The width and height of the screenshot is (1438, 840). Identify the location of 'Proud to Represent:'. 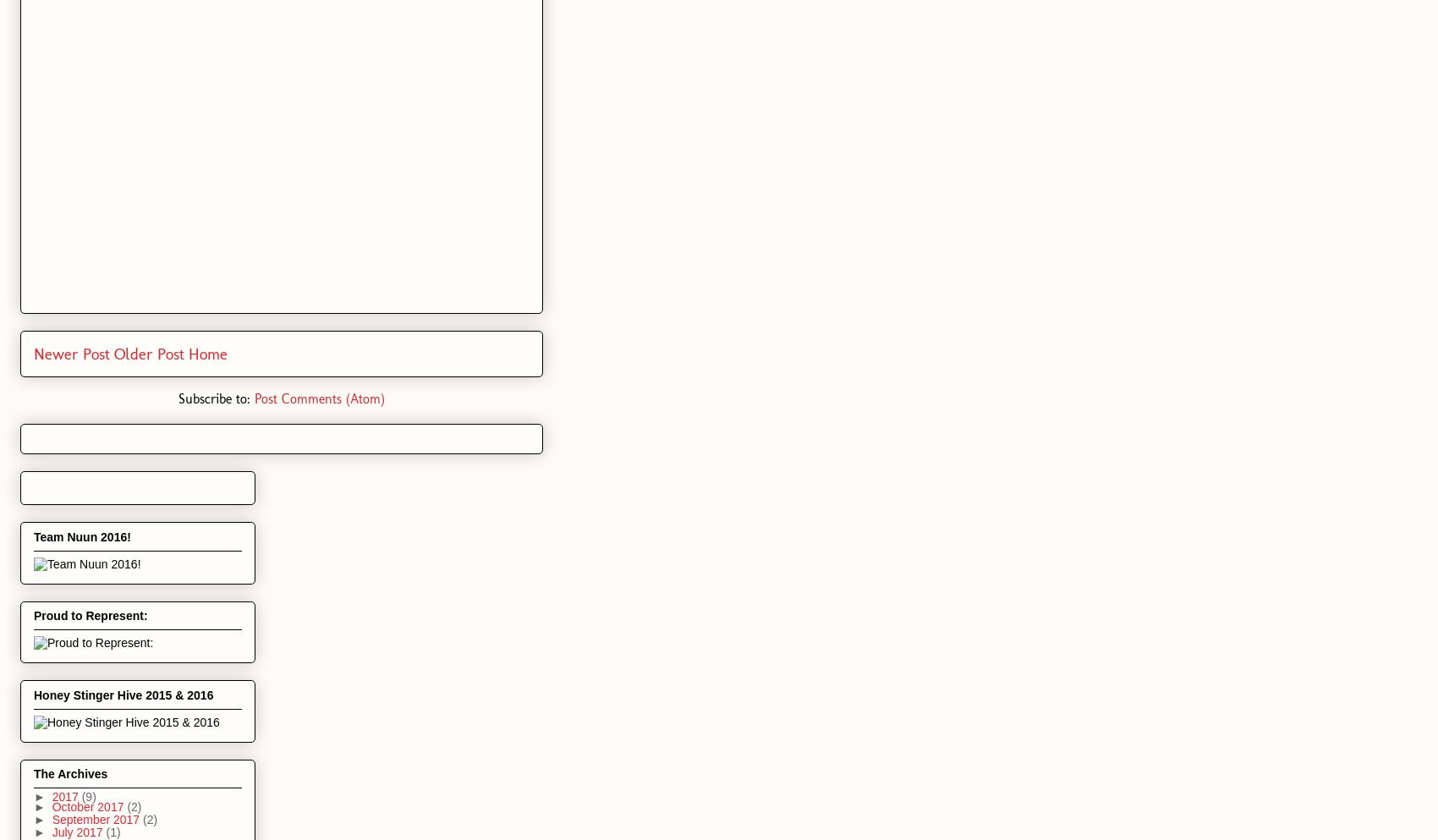
(90, 615).